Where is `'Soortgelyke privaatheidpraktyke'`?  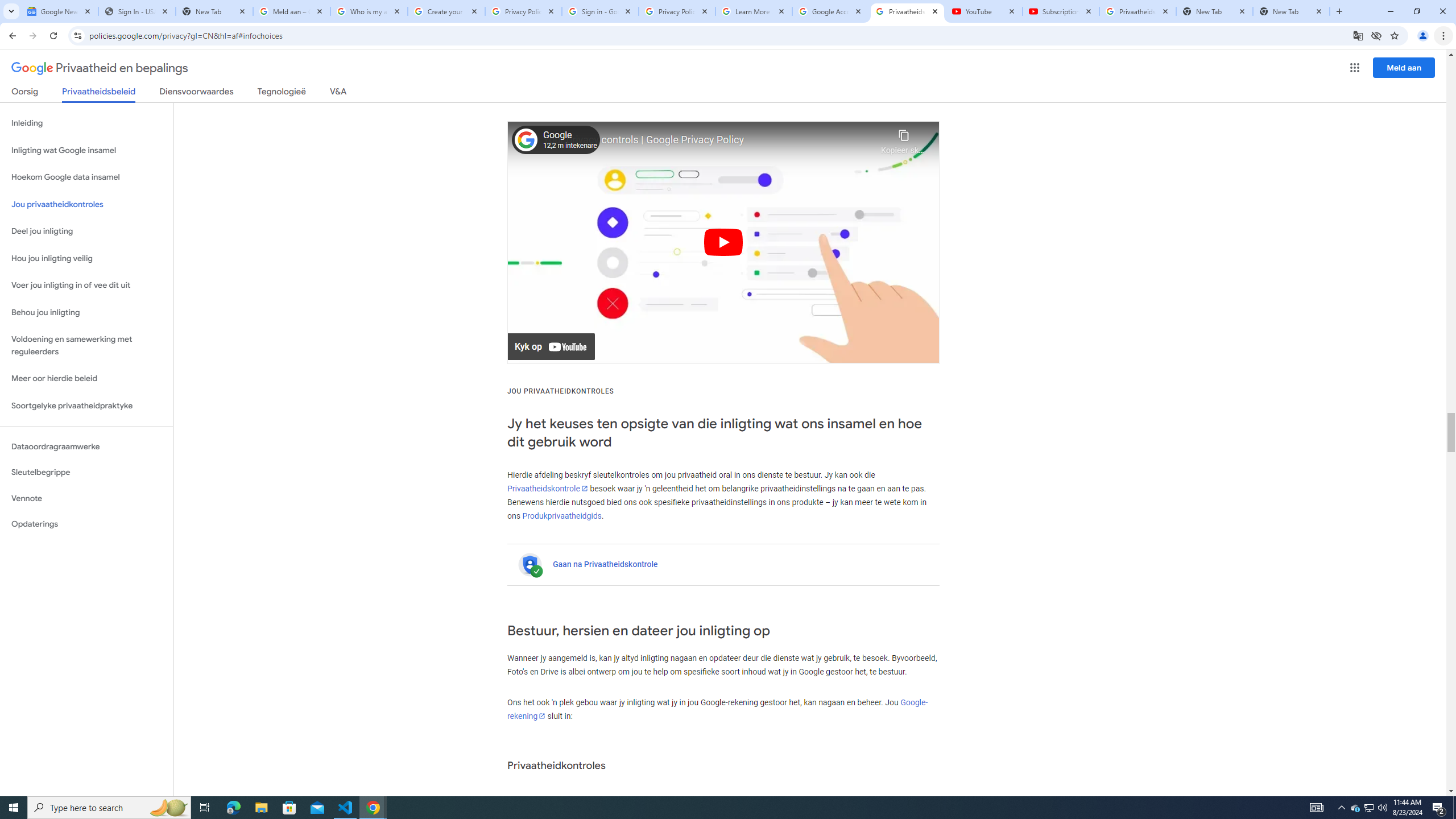
'Soortgelyke privaatheidpraktyke' is located at coordinates (86, 405).